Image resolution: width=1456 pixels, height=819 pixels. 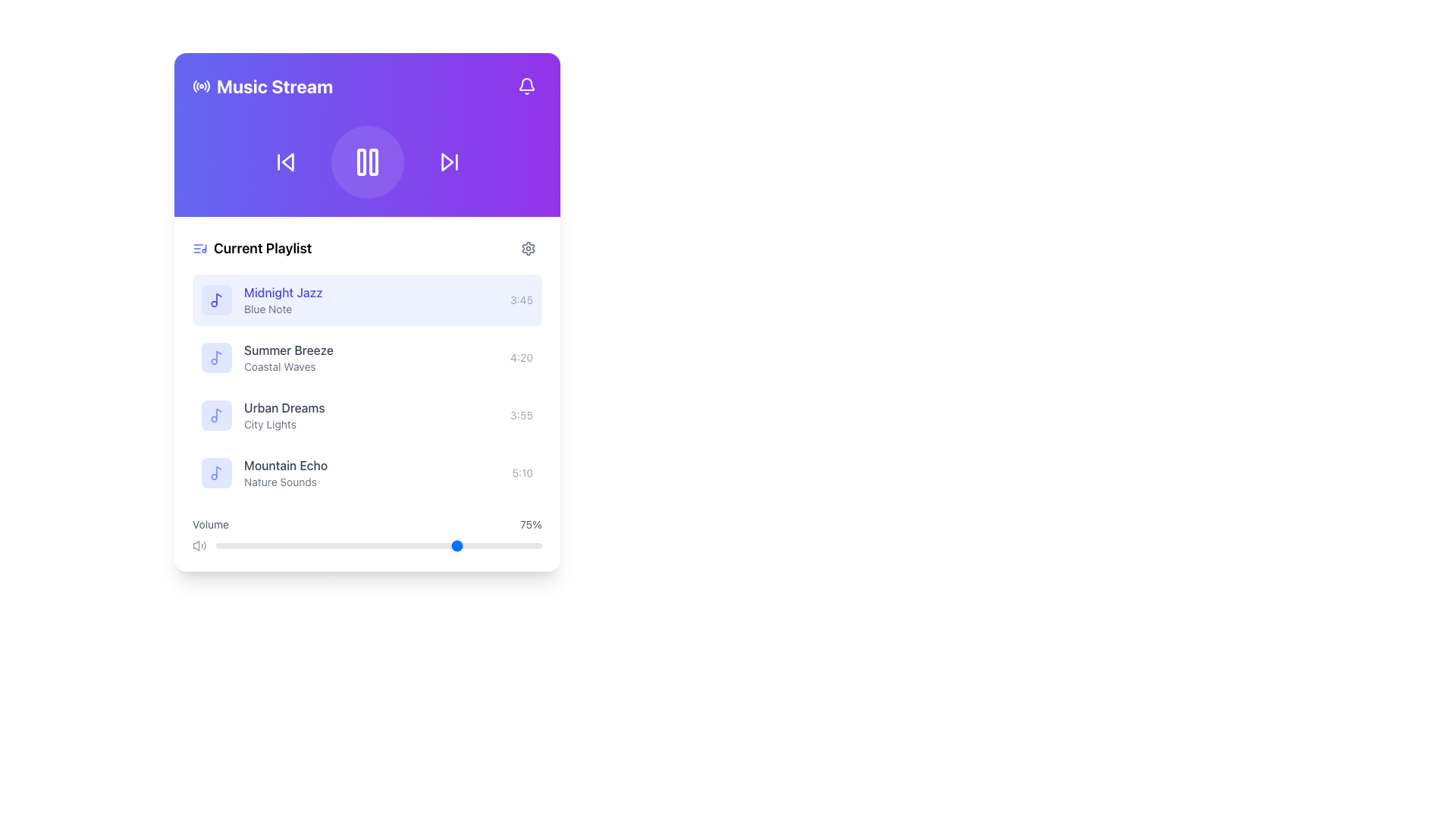 I want to click on the 'Music Stream' label which features bold white text and a radio transmission icon on a purple background, located at the top left corner of the application, so click(x=262, y=86).